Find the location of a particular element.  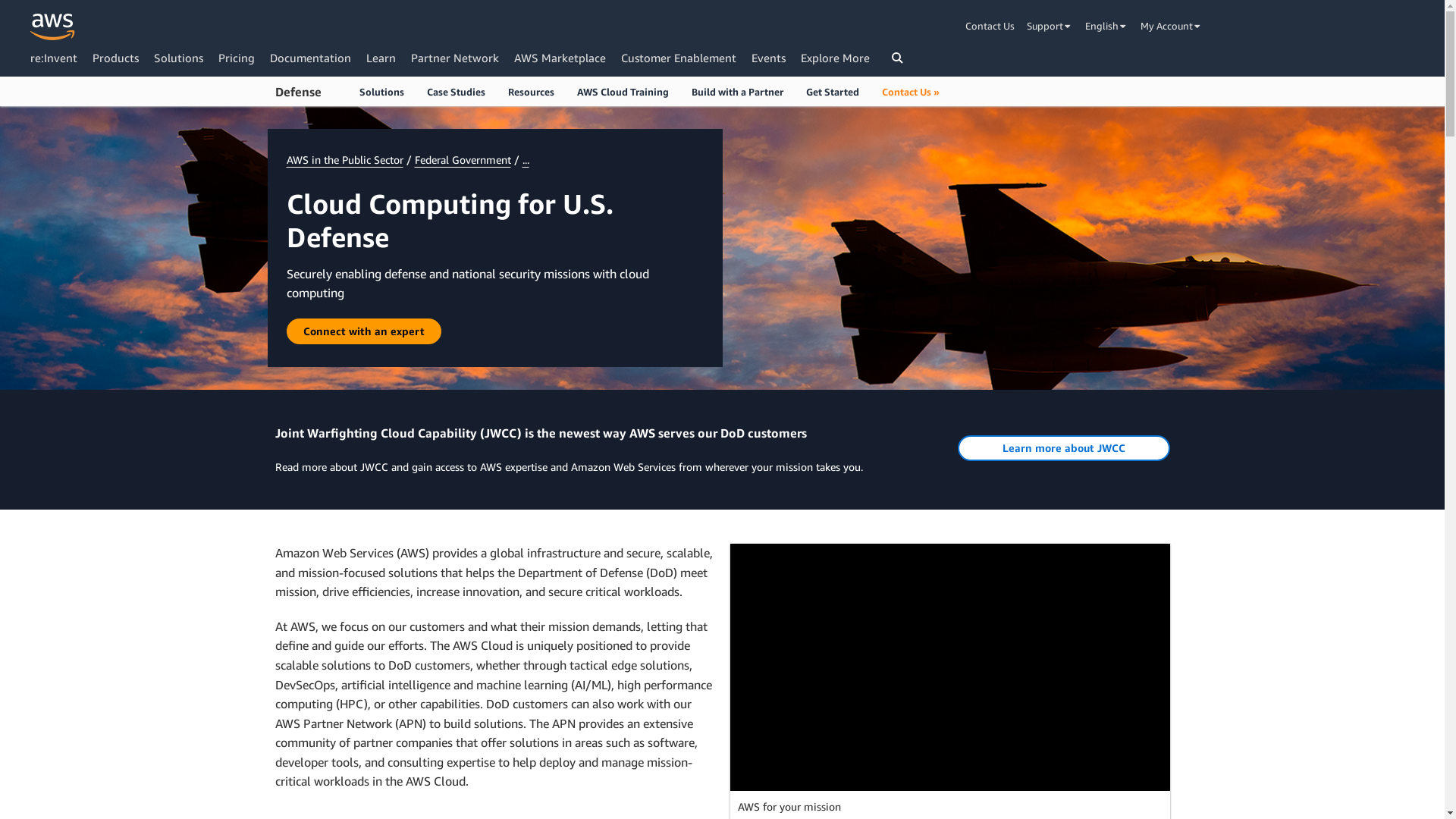

'English ' is located at coordinates (1106, 26).